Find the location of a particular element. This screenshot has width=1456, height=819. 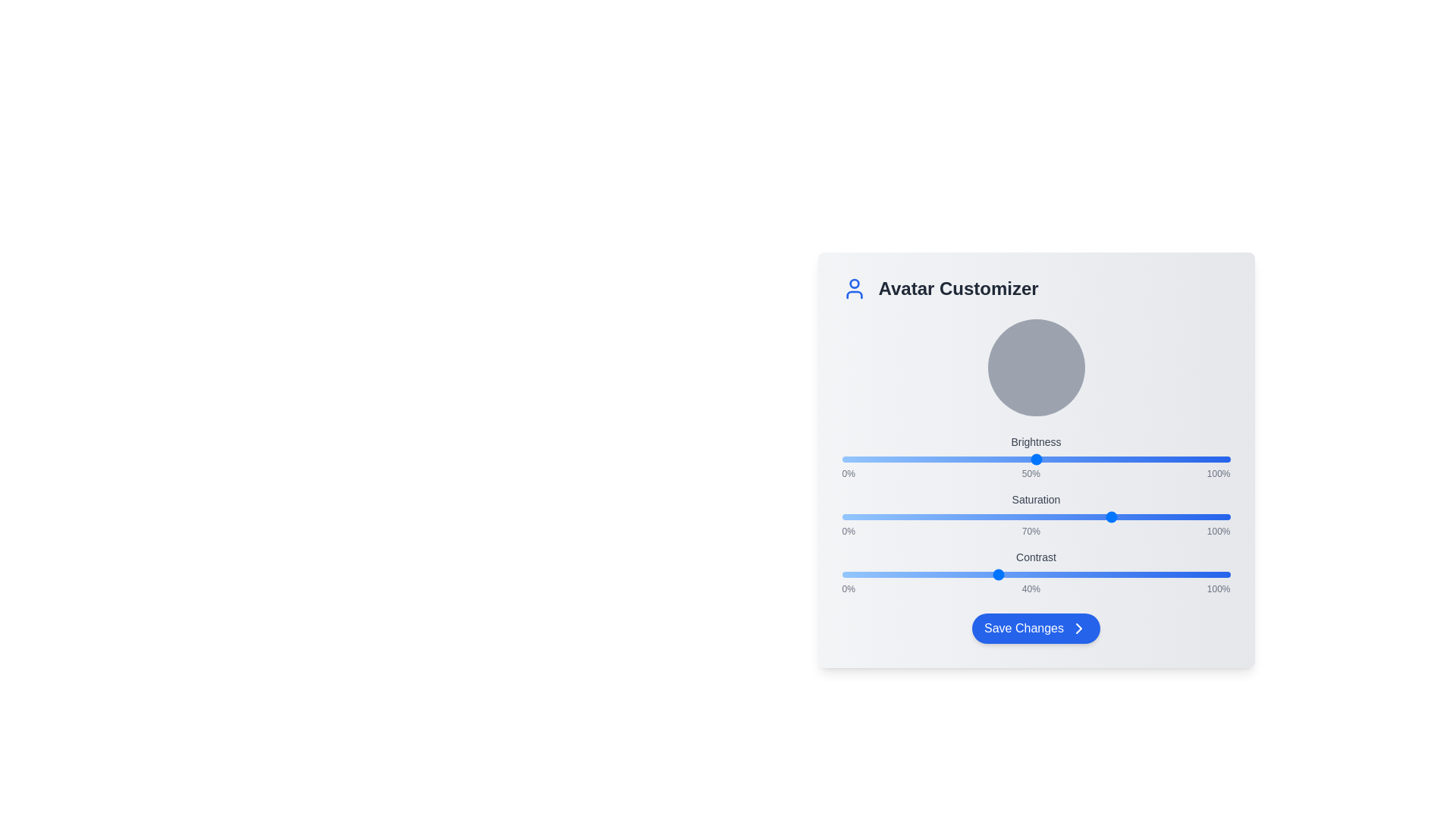

the Saturation slider to 65% is located at coordinates (1094, 516).